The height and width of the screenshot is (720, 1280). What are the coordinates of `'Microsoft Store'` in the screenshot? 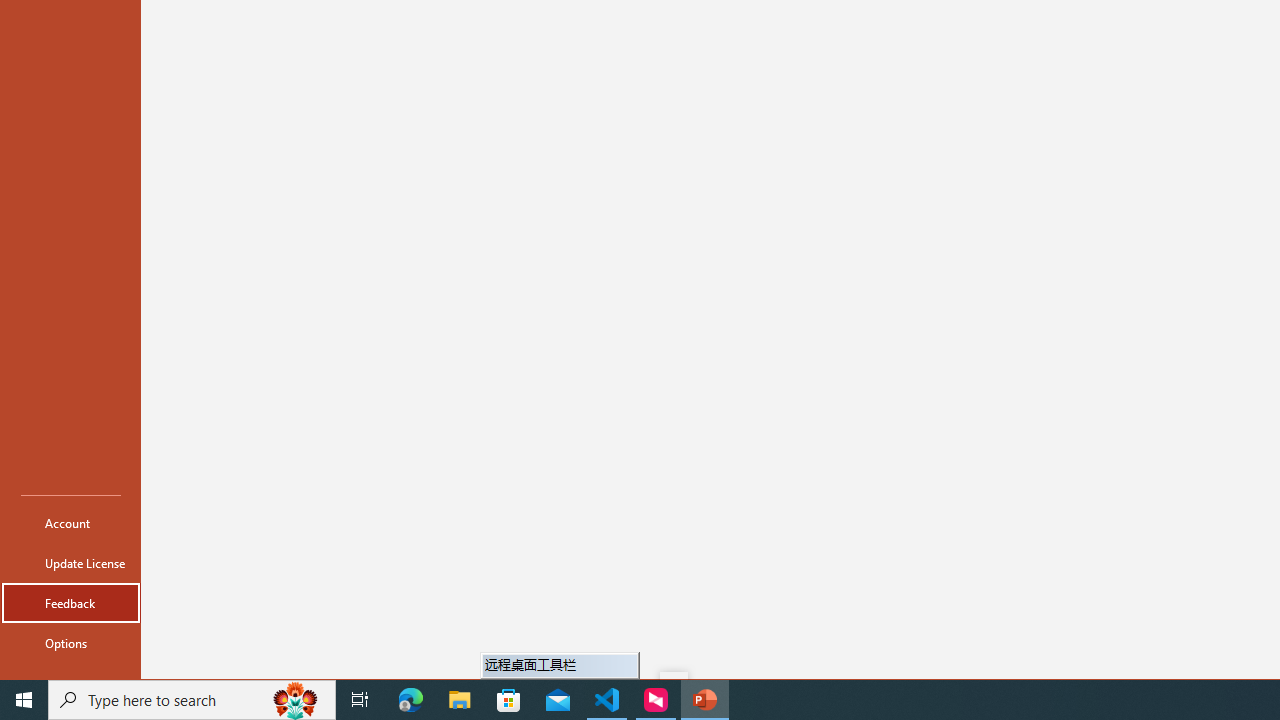 It's located at (509, 698).